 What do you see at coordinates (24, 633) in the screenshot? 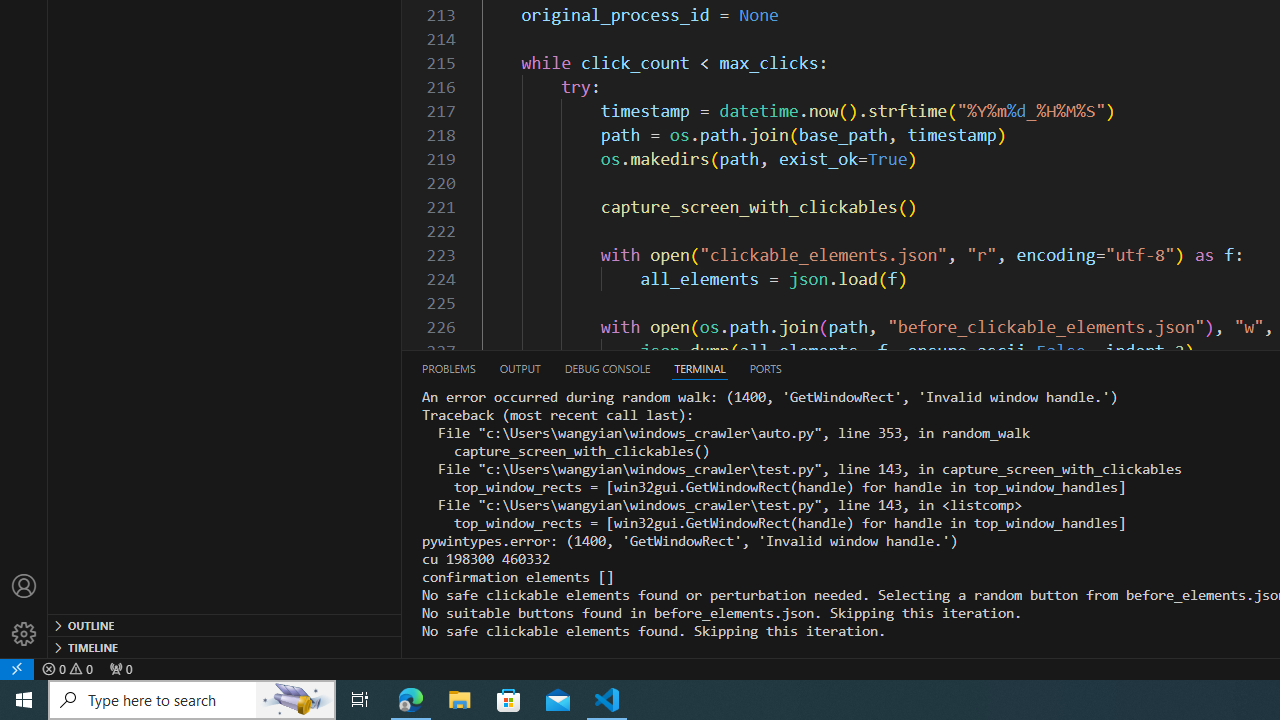
I see `'Manage'` at bounding box center [24, 633].